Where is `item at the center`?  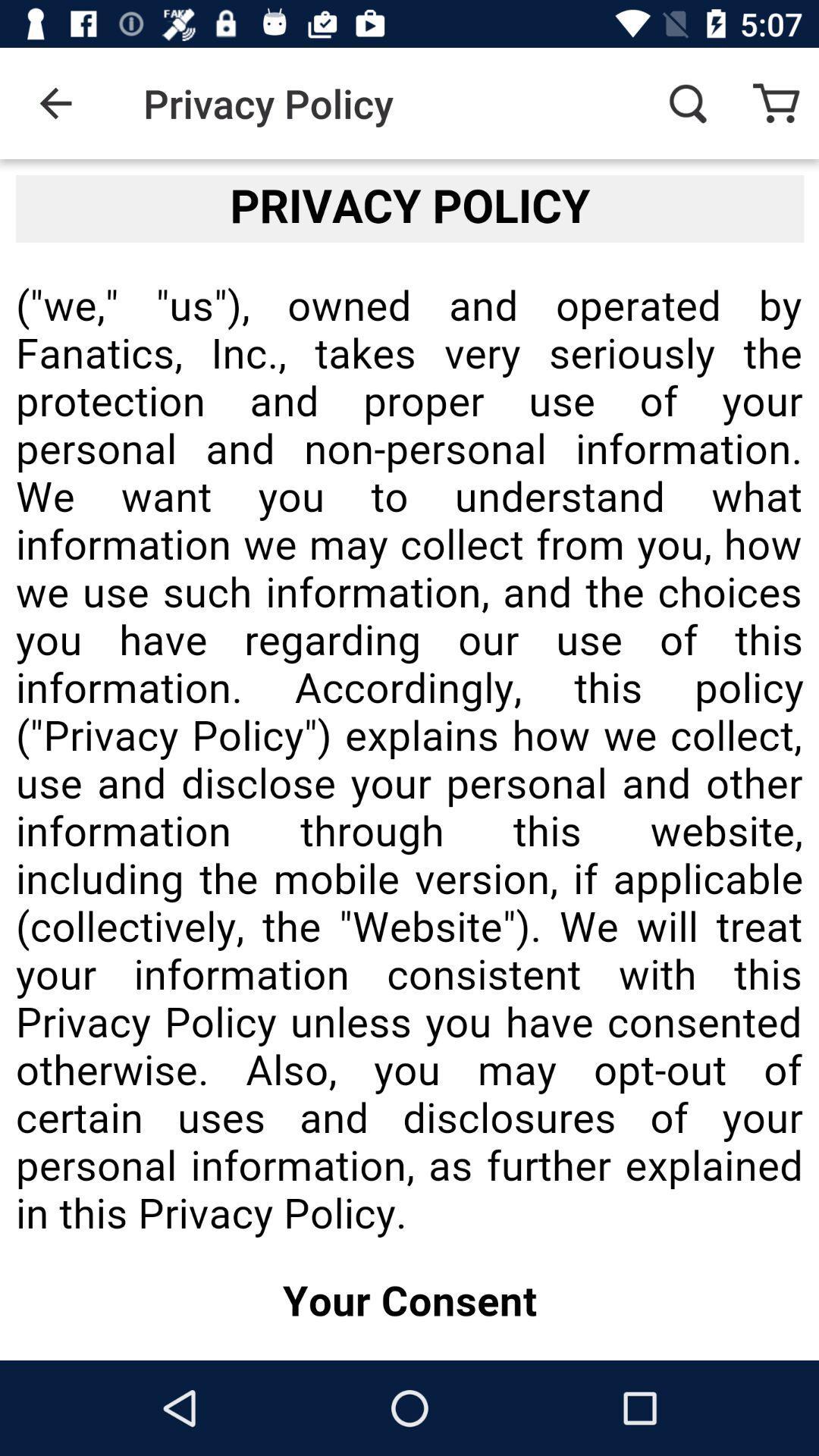 item at the center is located at coordinates (409, 760).